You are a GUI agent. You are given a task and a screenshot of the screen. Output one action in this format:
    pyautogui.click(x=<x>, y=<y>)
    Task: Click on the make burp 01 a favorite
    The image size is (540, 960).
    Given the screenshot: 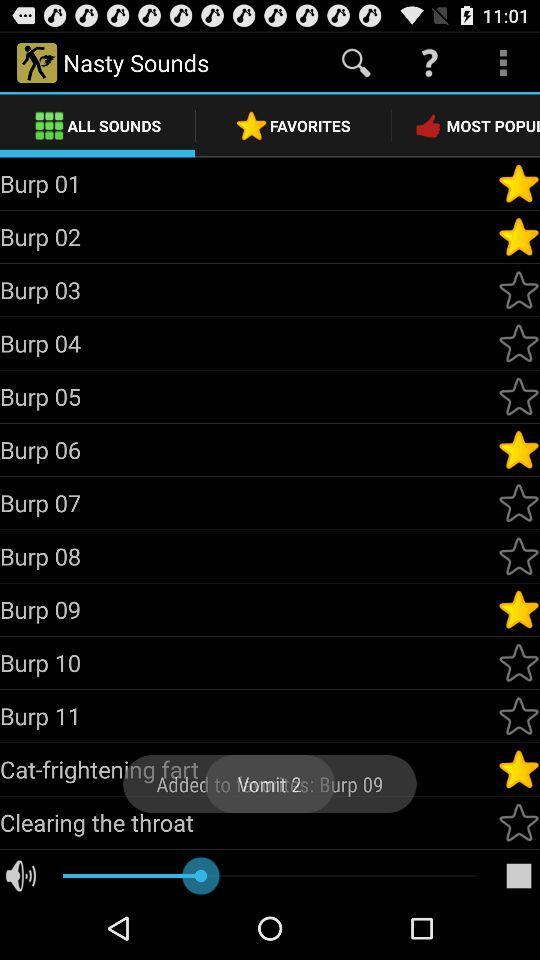 What is the action you would take?
    pyautogui.click(x=518, y=183)
    